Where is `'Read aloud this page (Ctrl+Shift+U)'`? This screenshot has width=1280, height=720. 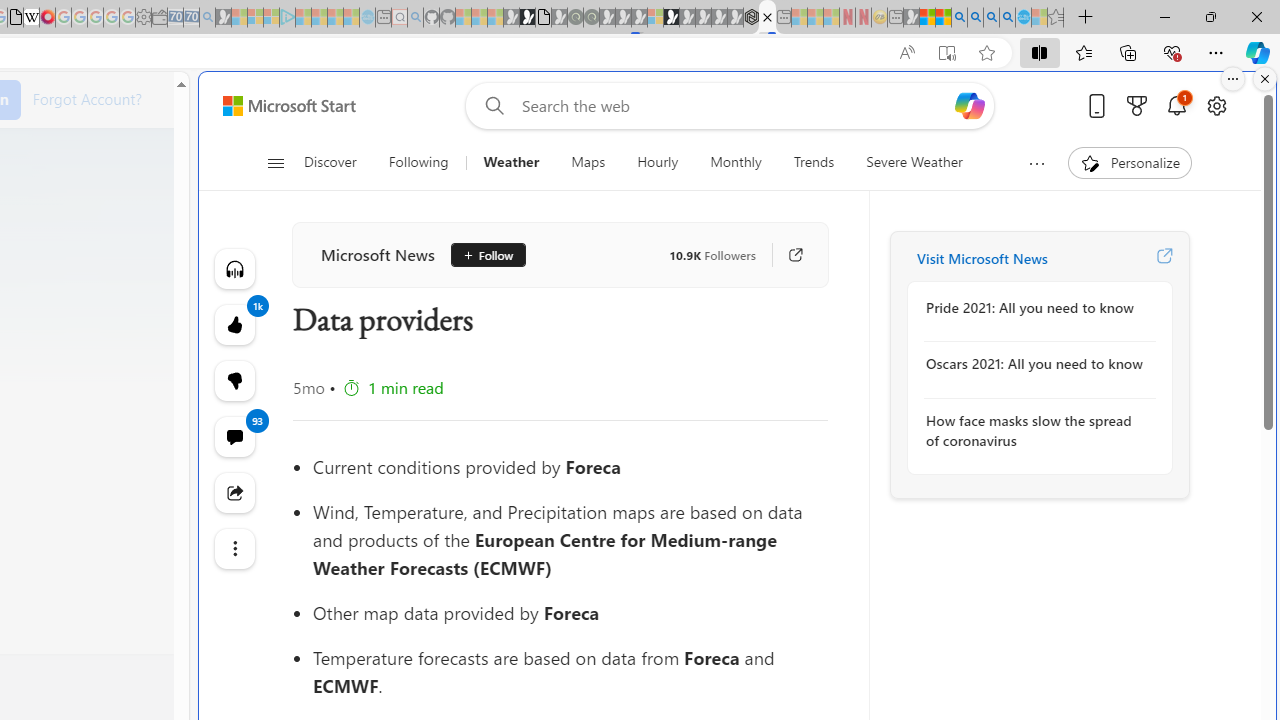 'Read aloud this page (Ctrl+Shift+U)' is located at coordinates (905, 52).